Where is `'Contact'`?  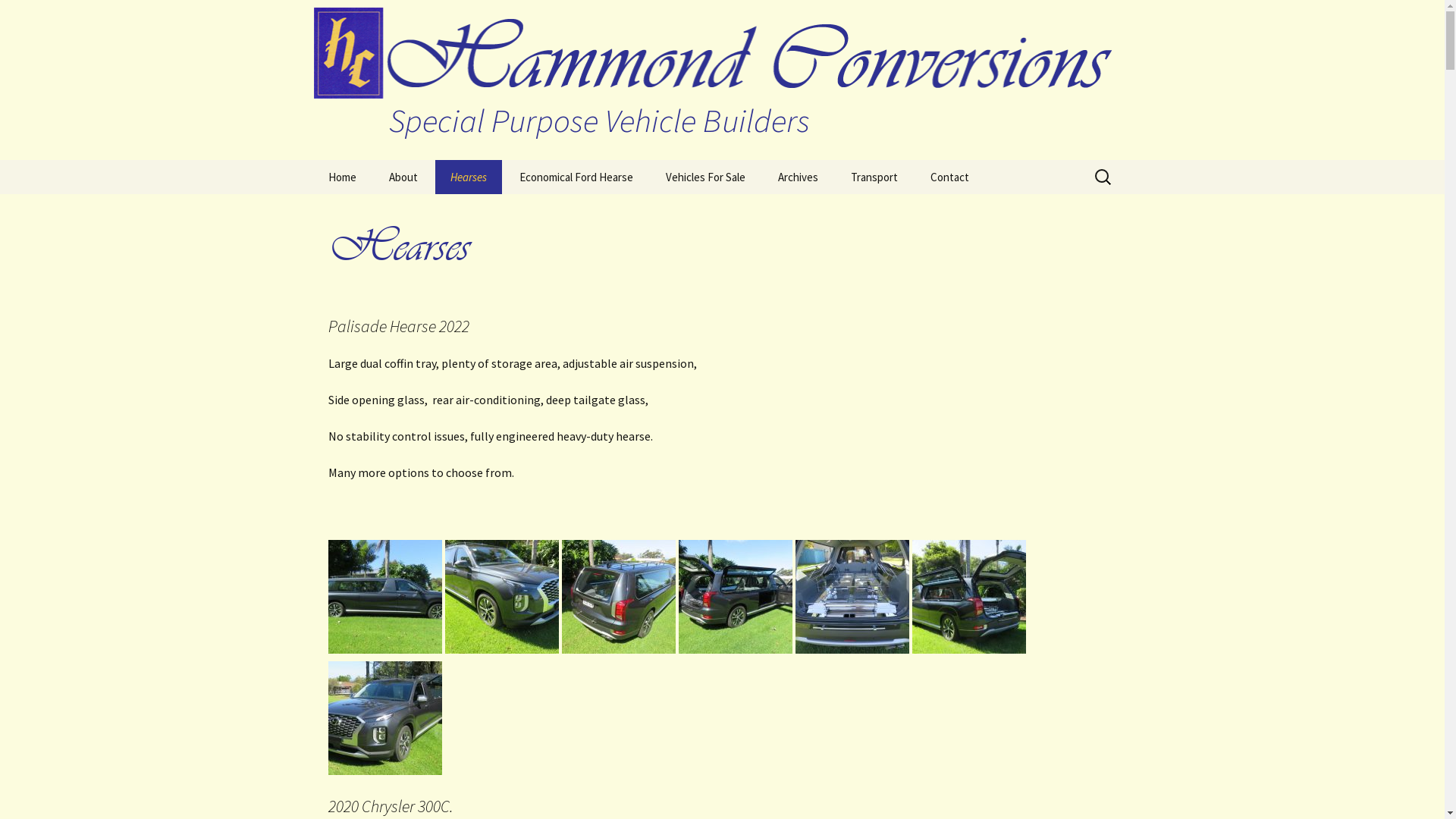 'Contact' is located at coordinates (948, 176).